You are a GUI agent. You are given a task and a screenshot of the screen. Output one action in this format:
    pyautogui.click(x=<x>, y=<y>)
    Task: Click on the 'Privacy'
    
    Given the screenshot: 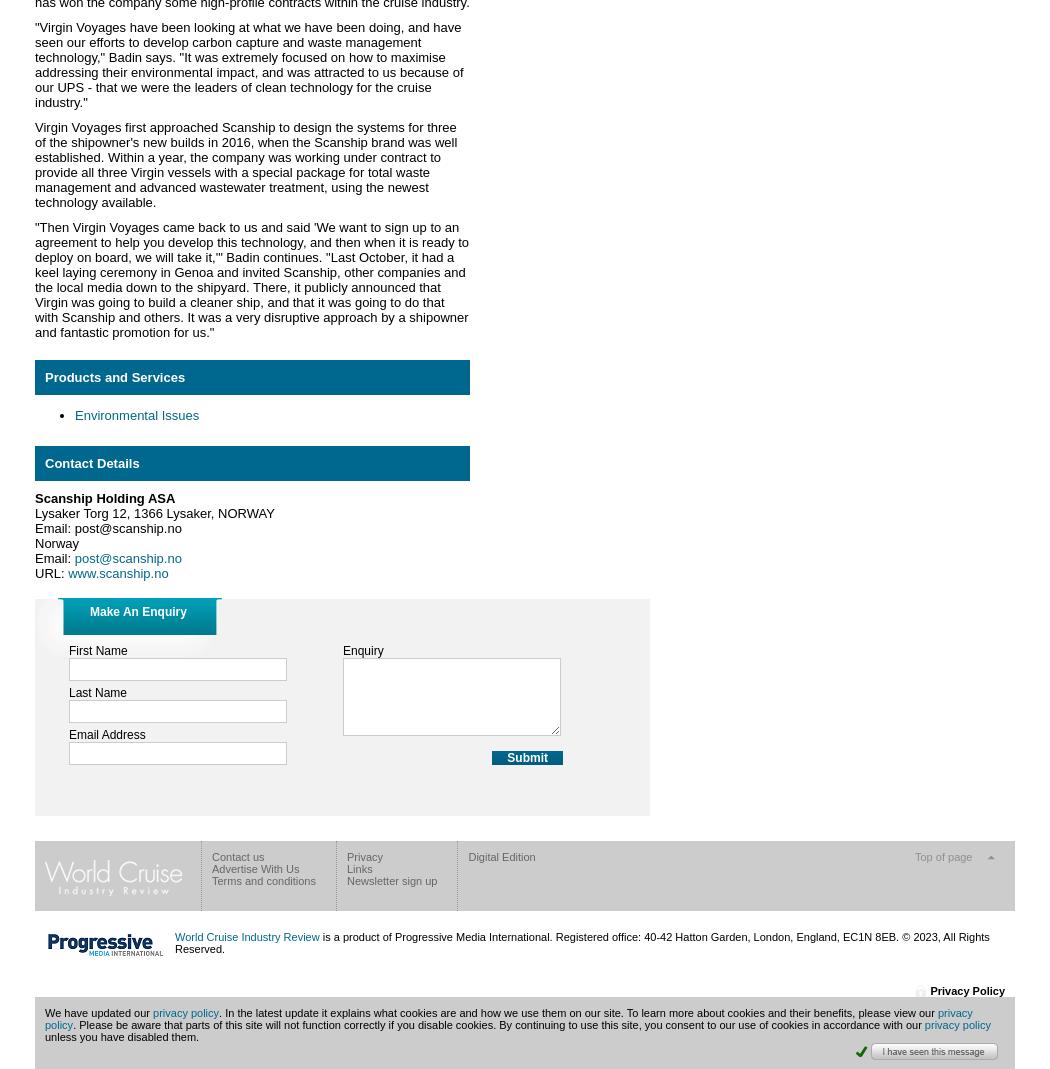 What is the action you would take?
    pyautogui.click(x=344, y=856)
    